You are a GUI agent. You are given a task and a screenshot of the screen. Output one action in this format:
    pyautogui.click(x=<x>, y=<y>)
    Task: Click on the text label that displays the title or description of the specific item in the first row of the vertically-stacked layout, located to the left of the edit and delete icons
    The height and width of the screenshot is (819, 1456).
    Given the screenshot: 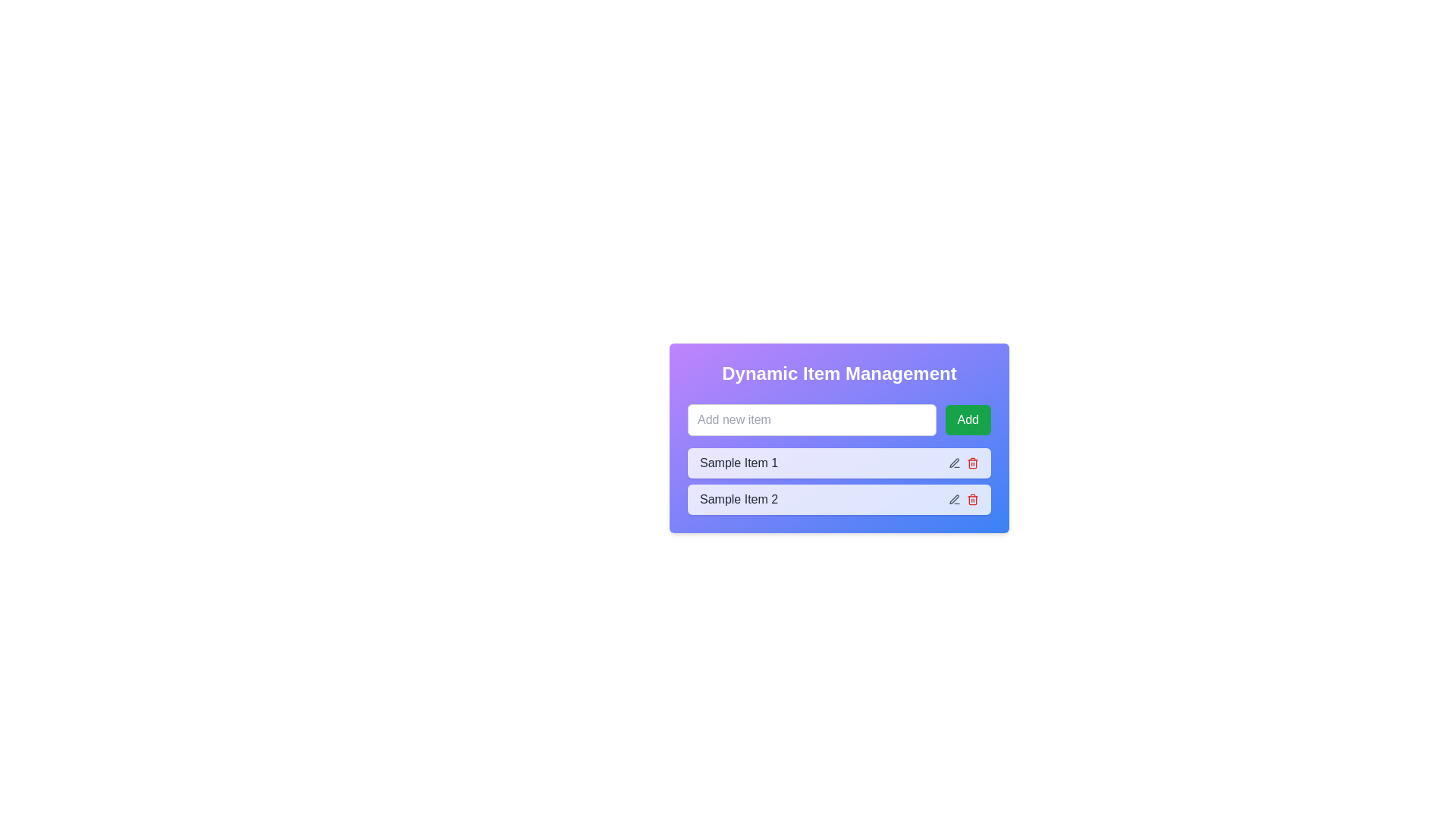 What is the action you would take?
    pyautogui.click(x=739, y=462)
    